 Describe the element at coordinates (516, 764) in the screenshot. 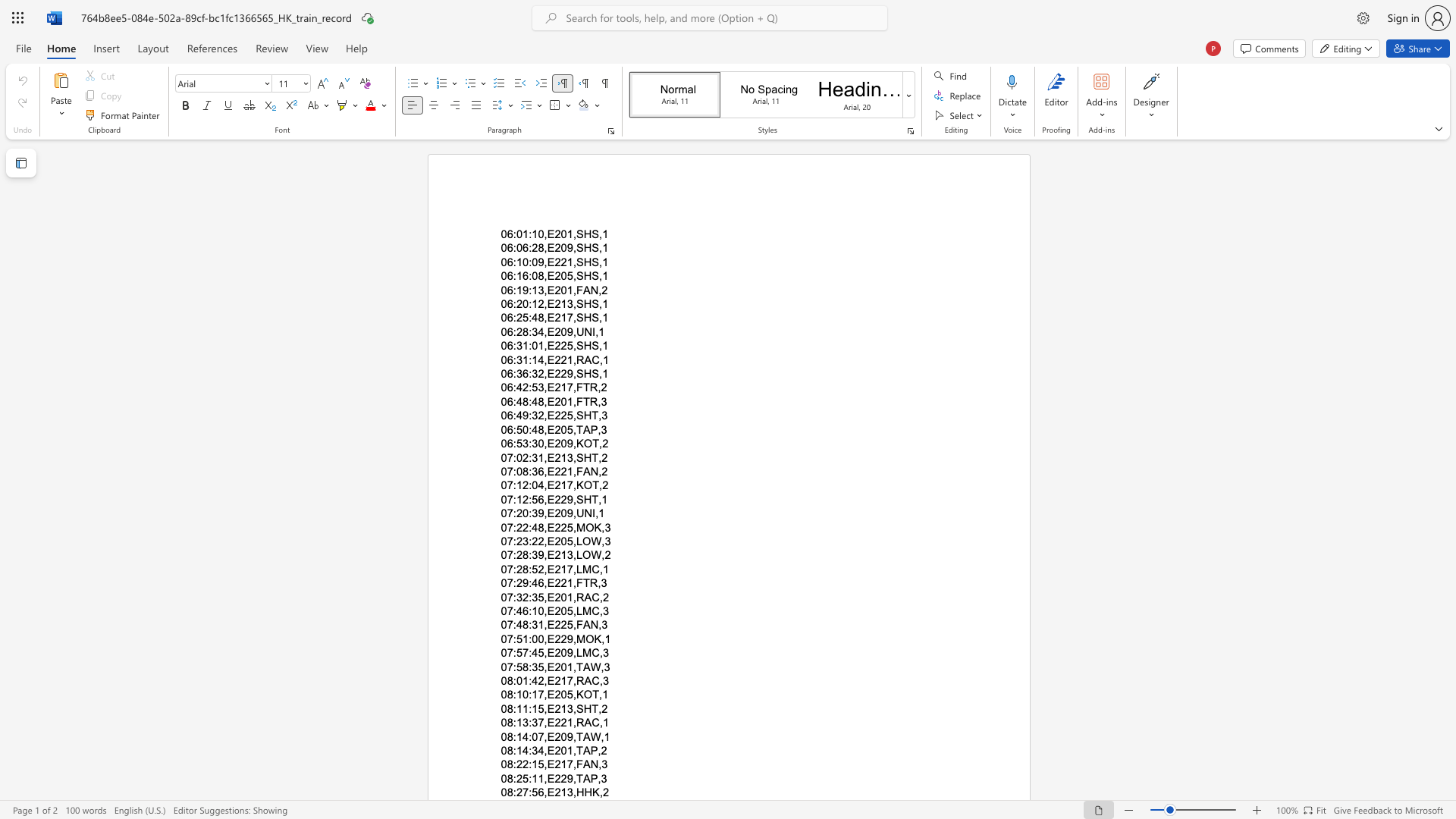

I see `the subset text "22:15,E21" within the text "08:22:15,E217,FAN,3"` at that location.